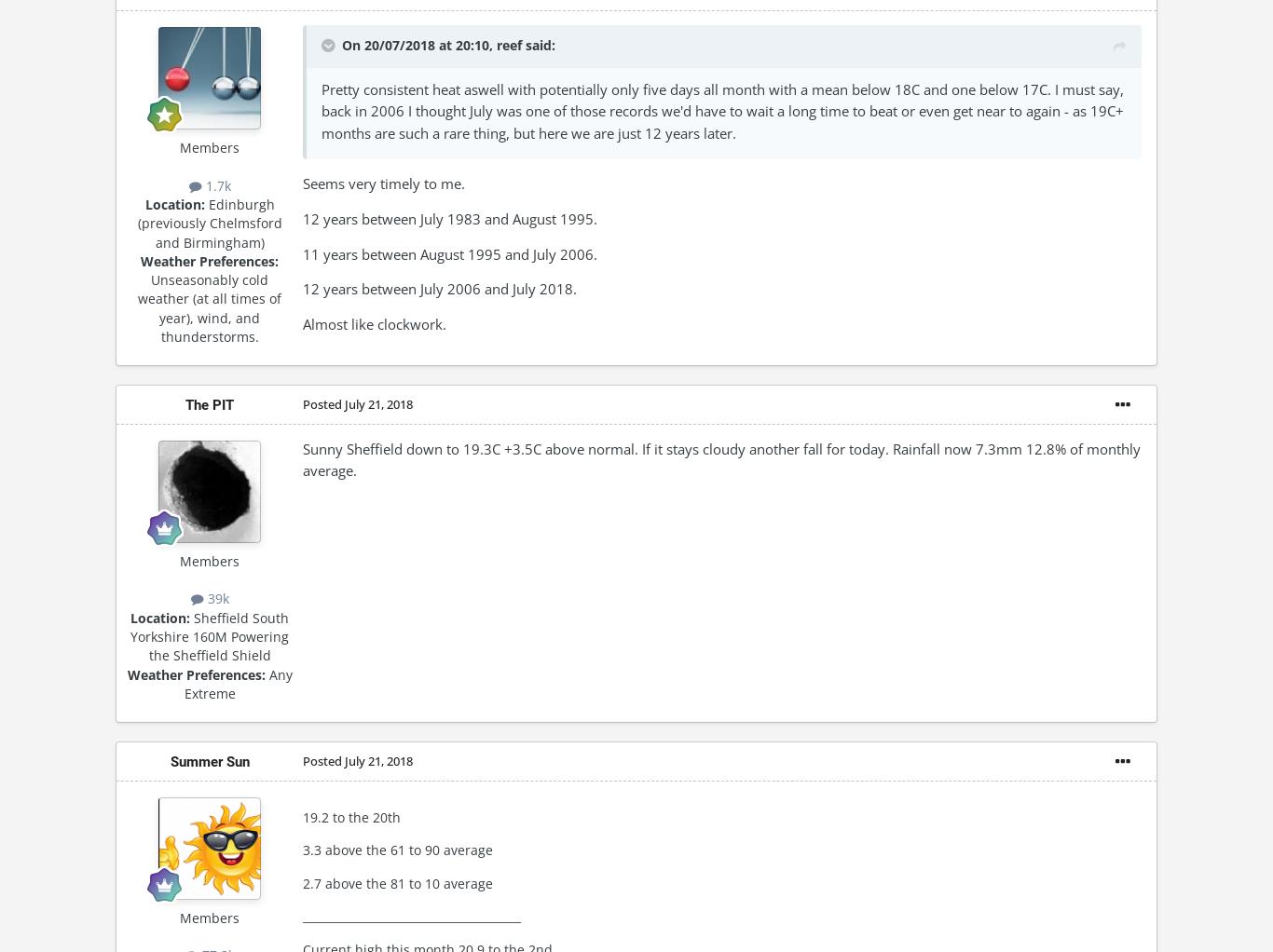 This screenshot has width=1273, height=952. What do you see at coordinates (215, 184) in the screenshot?
I see `'1.7k'` at bounding box center [215, 184].